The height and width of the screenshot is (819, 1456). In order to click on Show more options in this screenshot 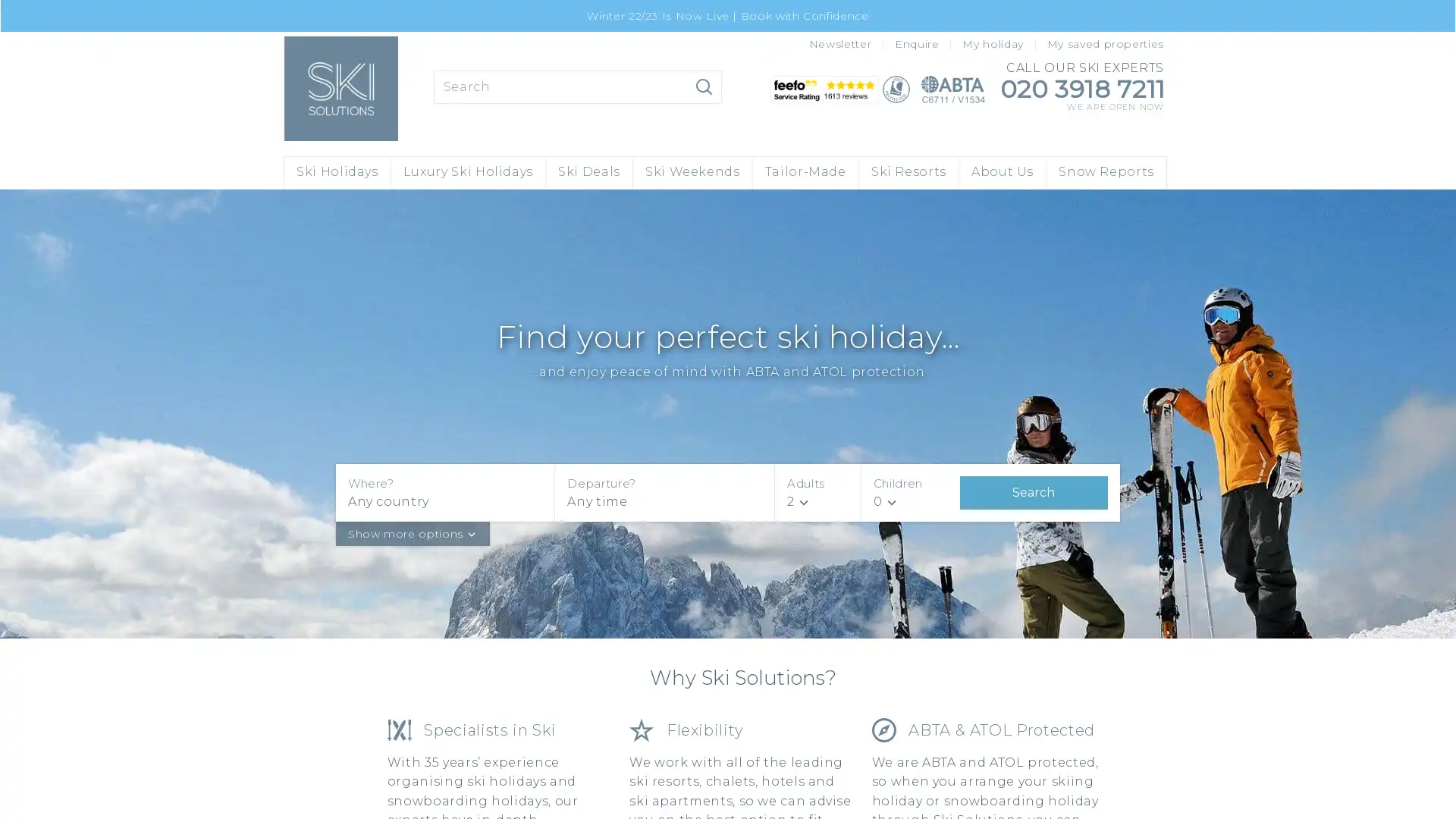, I will do `click(412, 532)`.